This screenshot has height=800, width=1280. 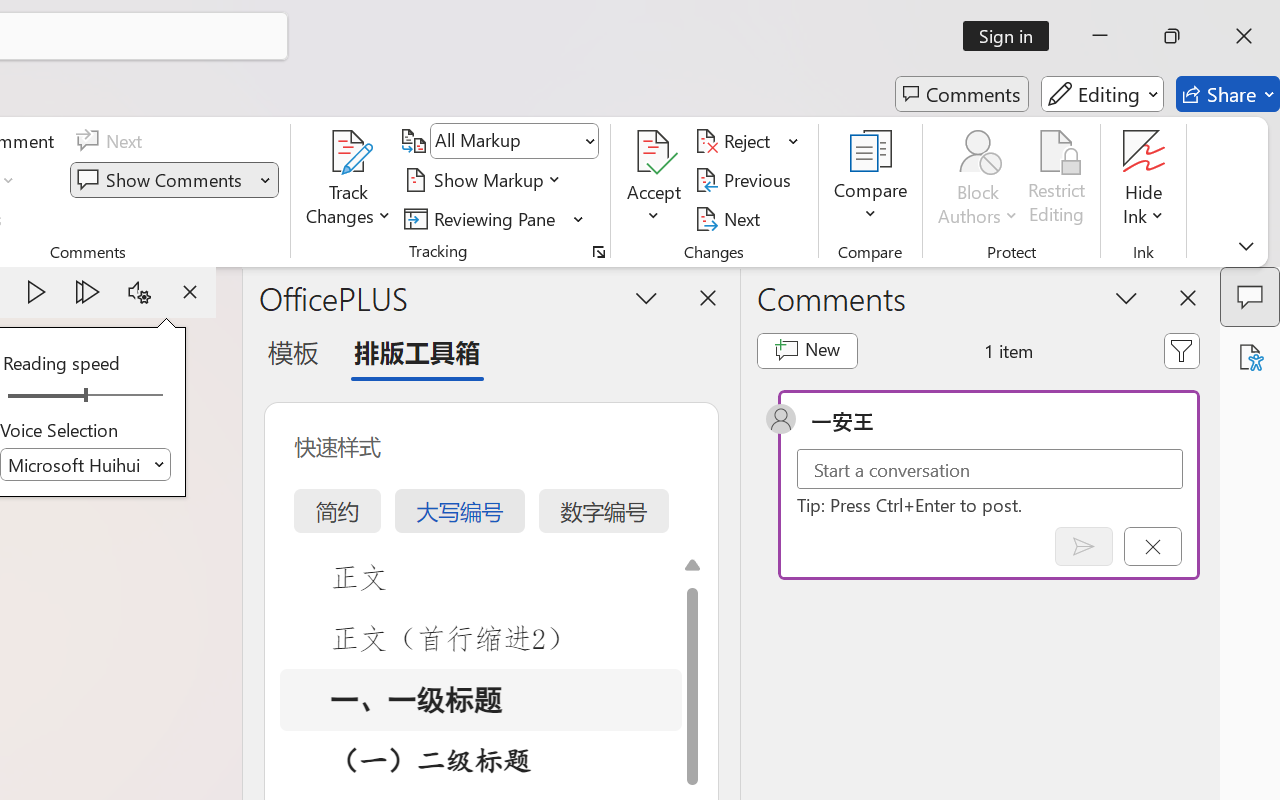 I want to click on 'Accept and Move to Next', so click(x=654, y=151).